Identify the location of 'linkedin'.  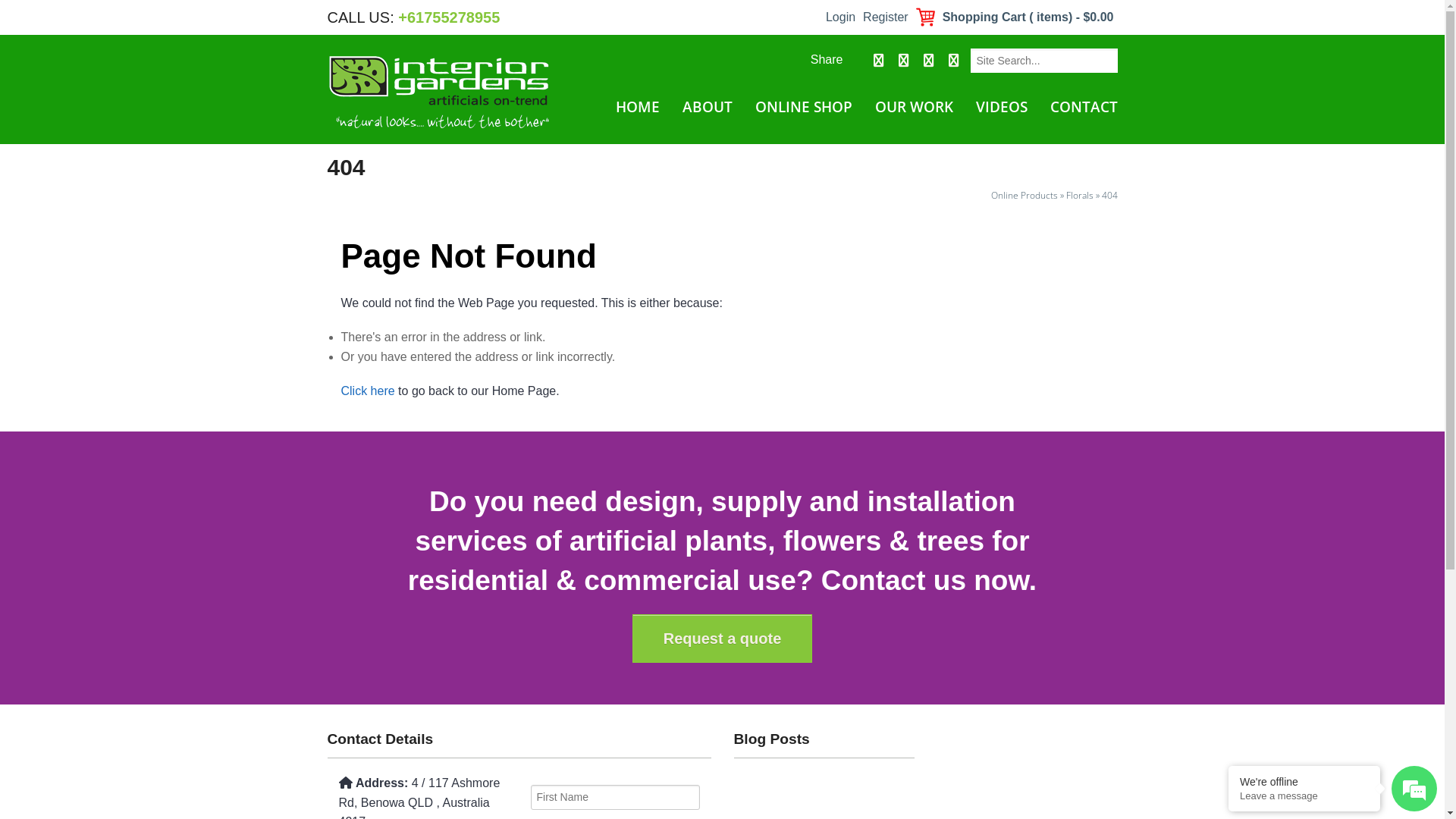
(890, 60).